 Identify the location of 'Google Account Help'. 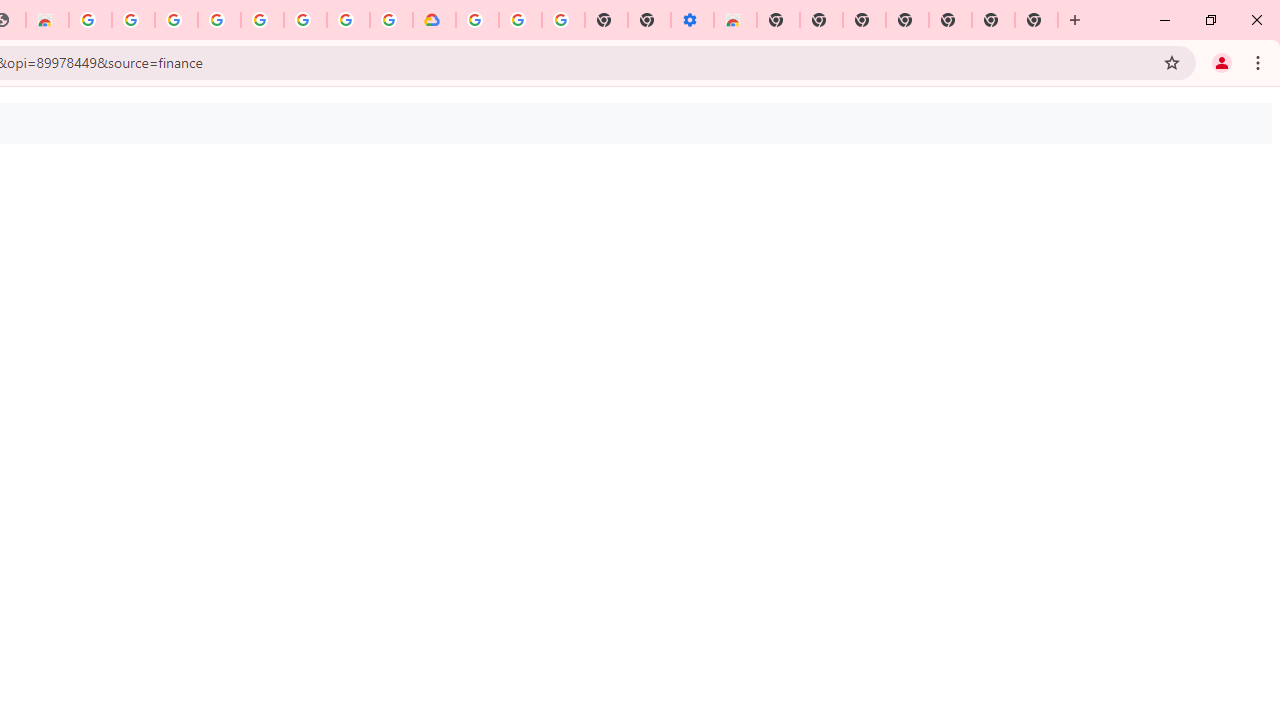
(261, 20).